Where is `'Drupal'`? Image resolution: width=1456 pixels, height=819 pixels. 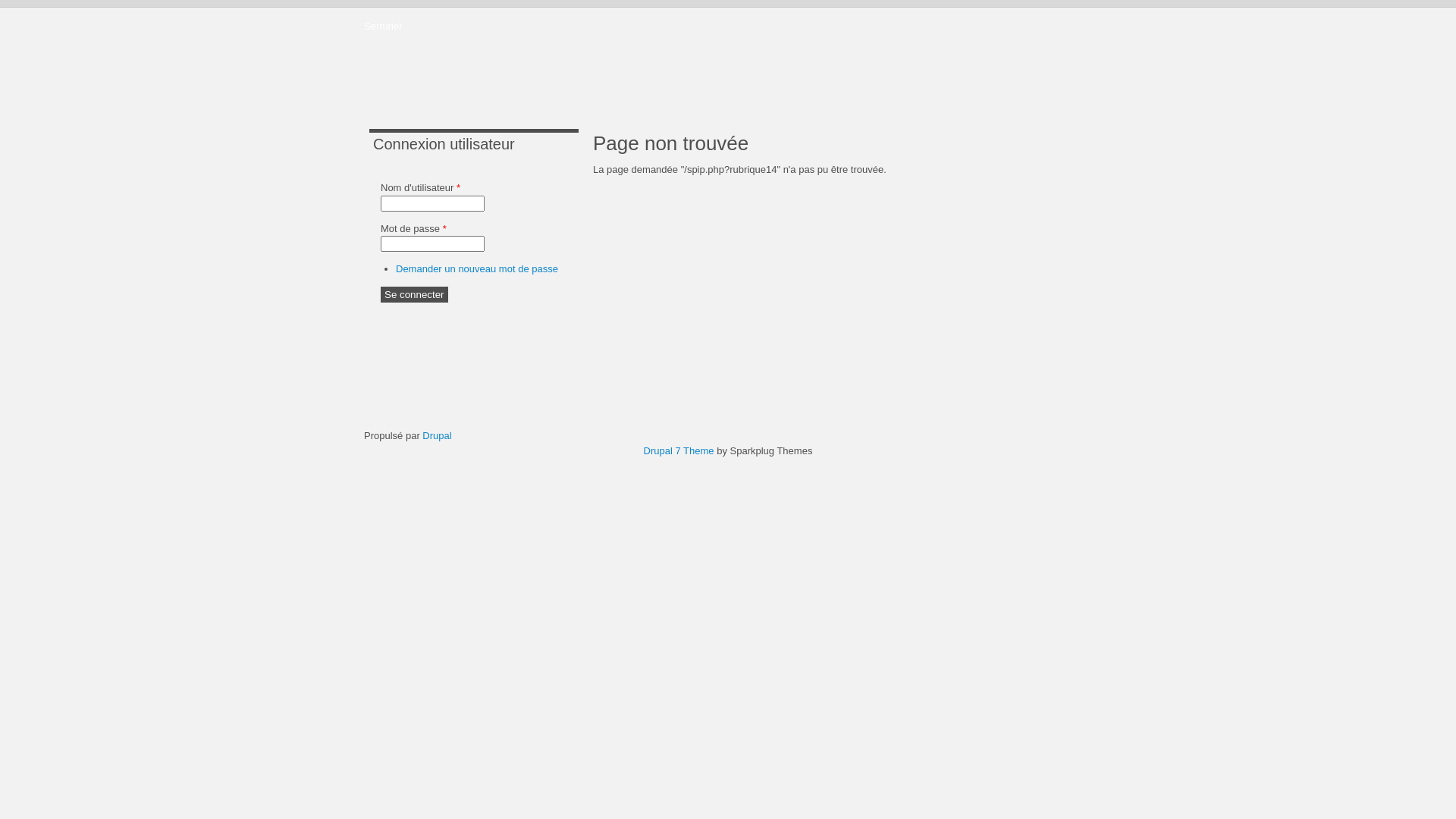
'Drupal' is located at coordinates (436, 435).